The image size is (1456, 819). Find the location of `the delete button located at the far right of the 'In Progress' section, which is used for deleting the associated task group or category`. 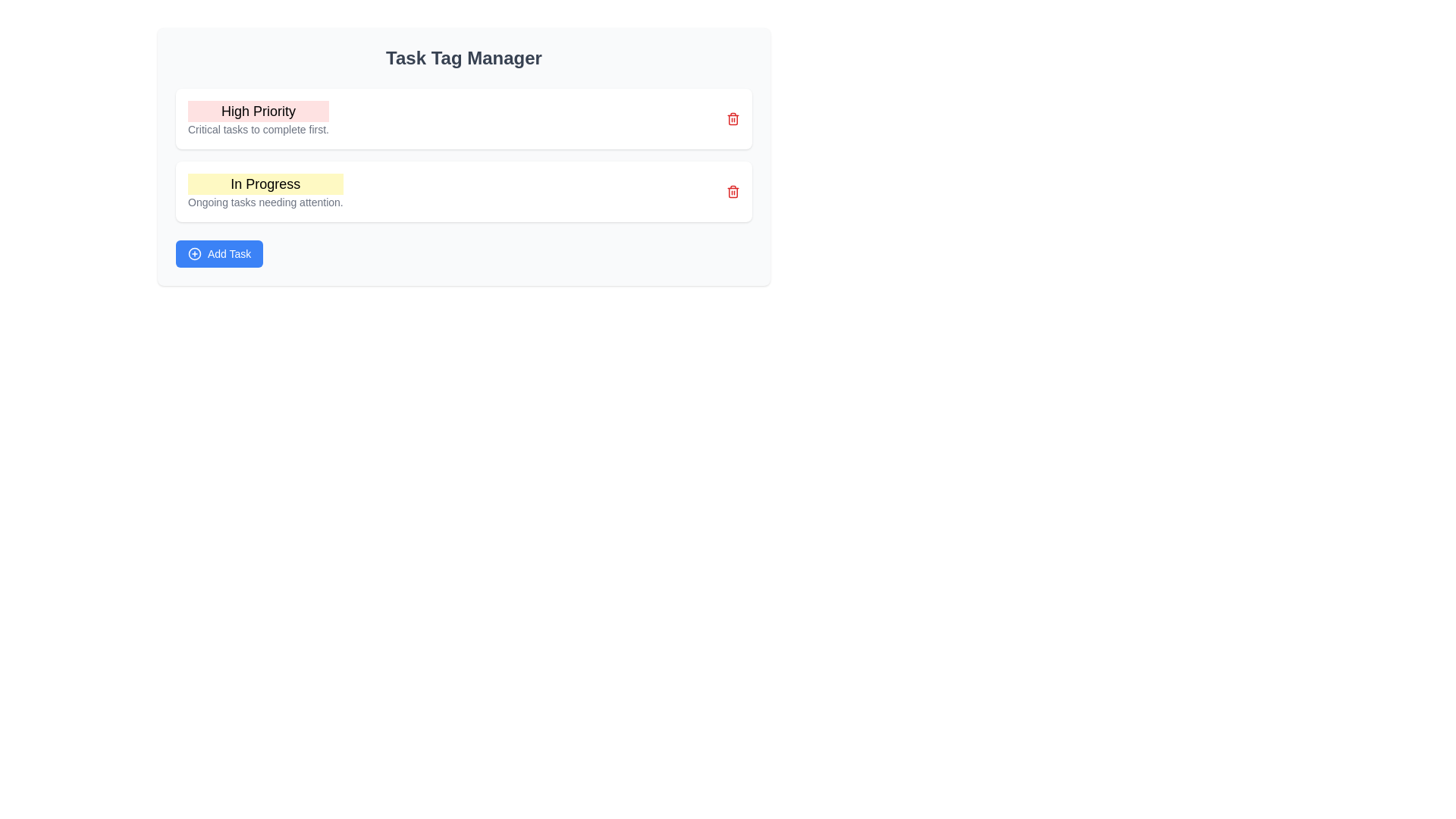

the delete button located at the far right of the 'In Progress' section, which is used for deleting the associated task group or category is located at coordinates (733, 191).